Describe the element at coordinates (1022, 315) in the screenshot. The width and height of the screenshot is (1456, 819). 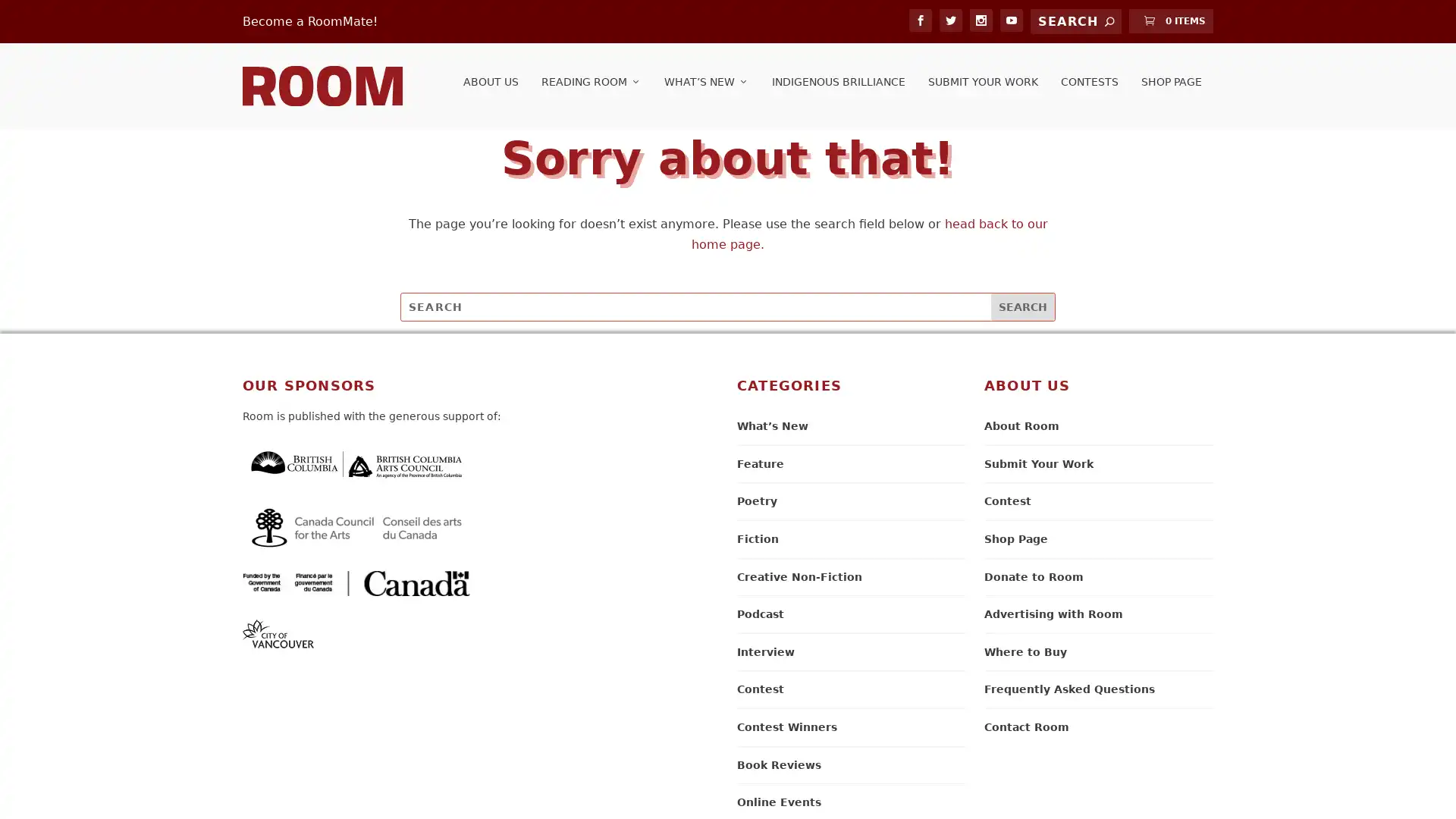
I see `Search` at that location.